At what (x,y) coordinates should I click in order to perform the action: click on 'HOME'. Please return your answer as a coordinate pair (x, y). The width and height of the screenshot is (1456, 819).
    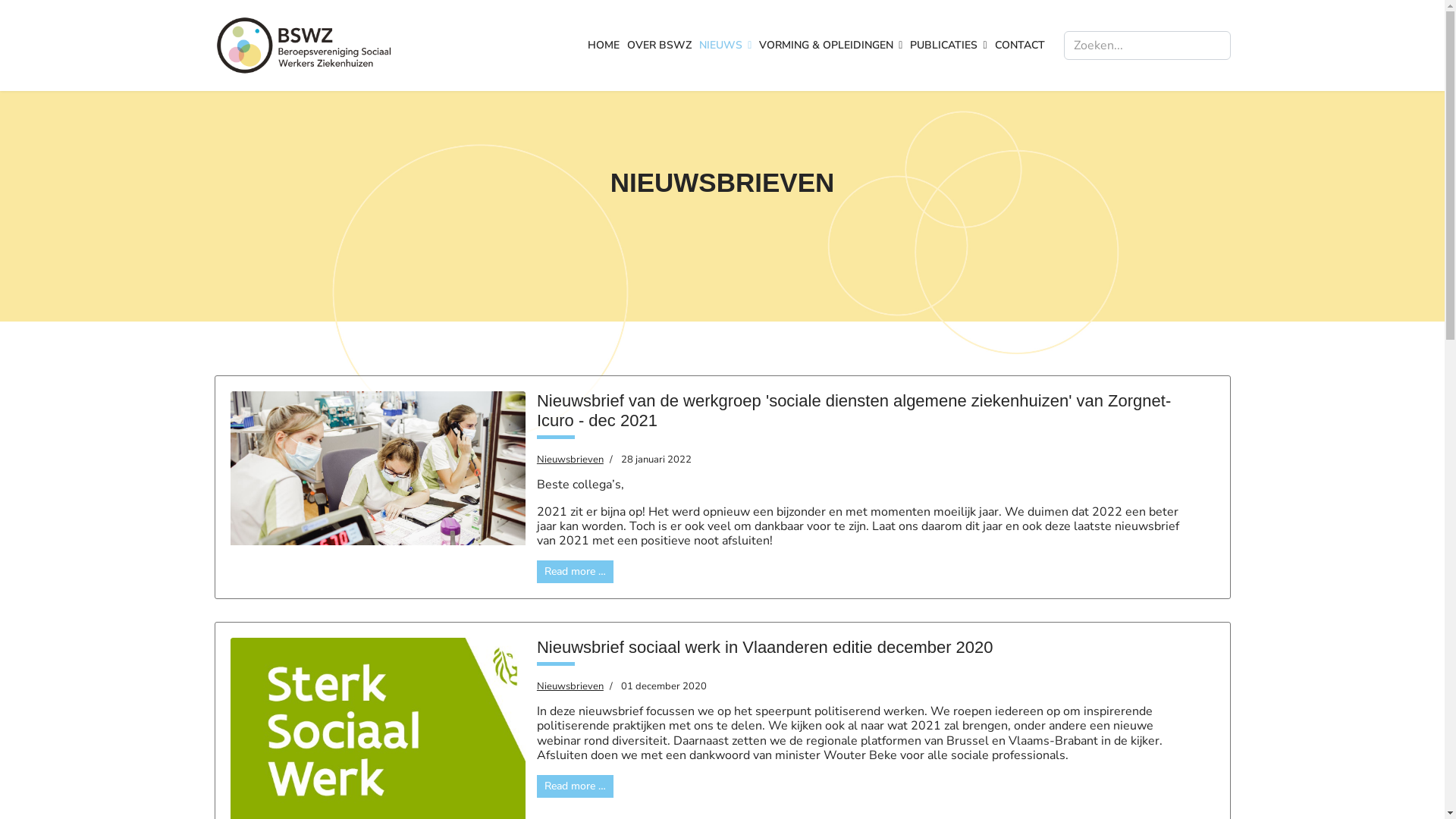
    Looking at the image, I should click on (582, 45).